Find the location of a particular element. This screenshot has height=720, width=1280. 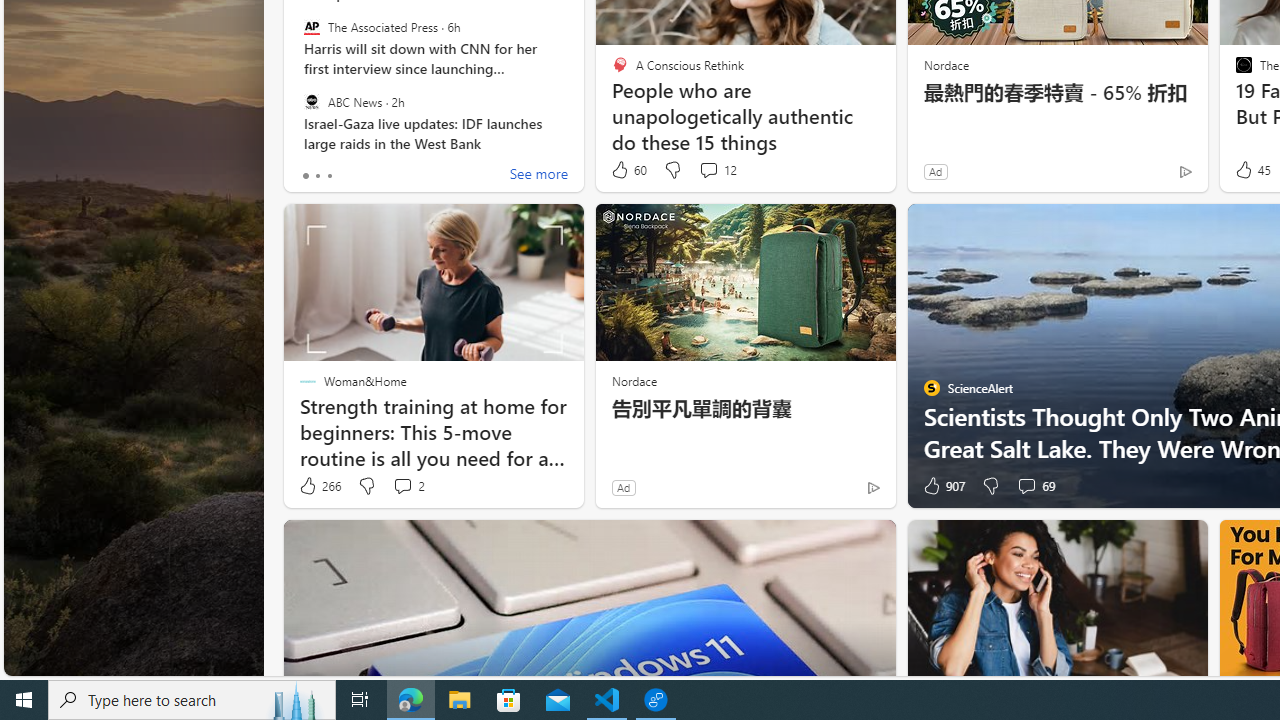

'60 Like' is located at coordinates (627, 169).